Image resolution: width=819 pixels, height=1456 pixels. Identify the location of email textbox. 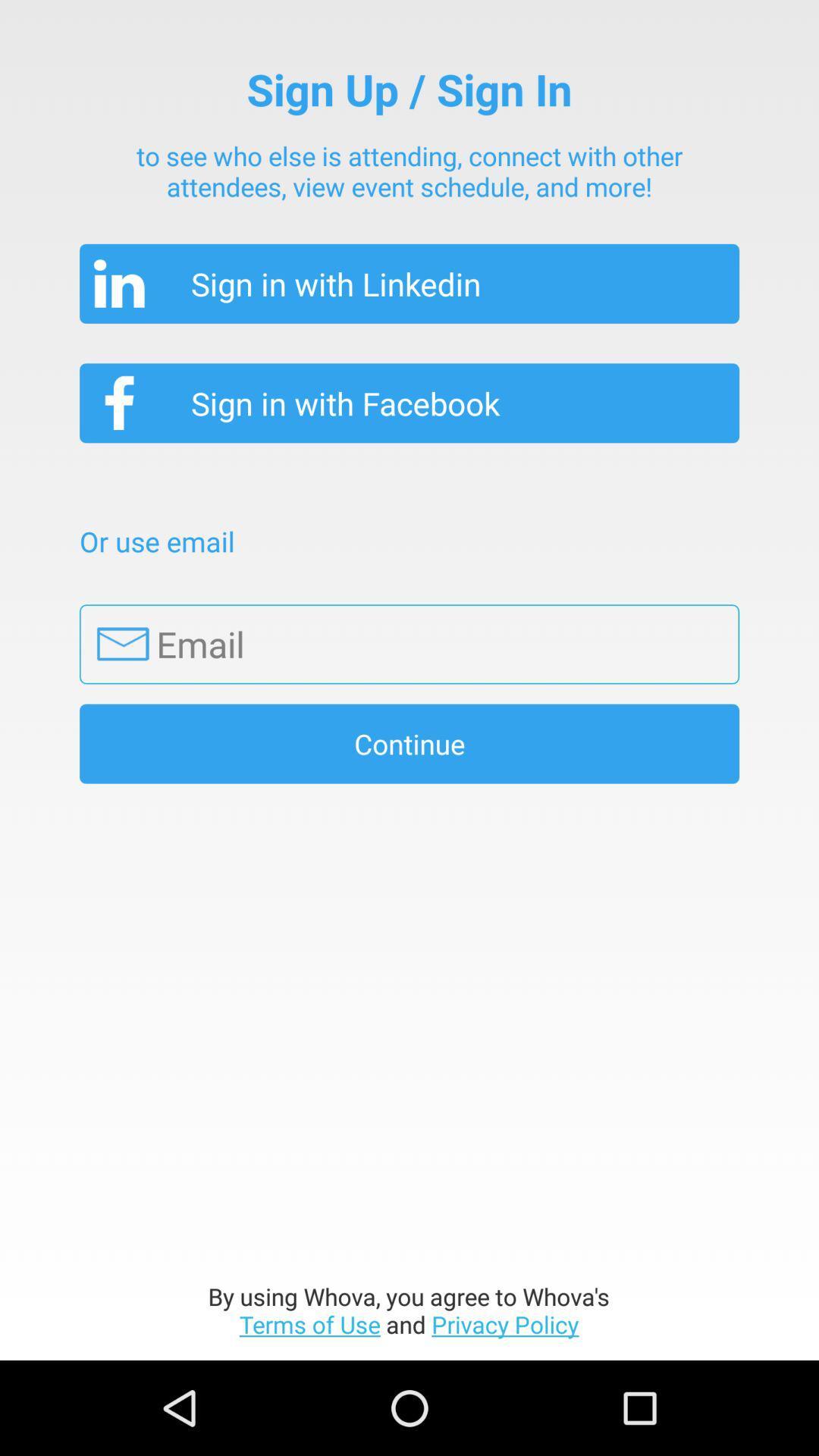
(409, 644).